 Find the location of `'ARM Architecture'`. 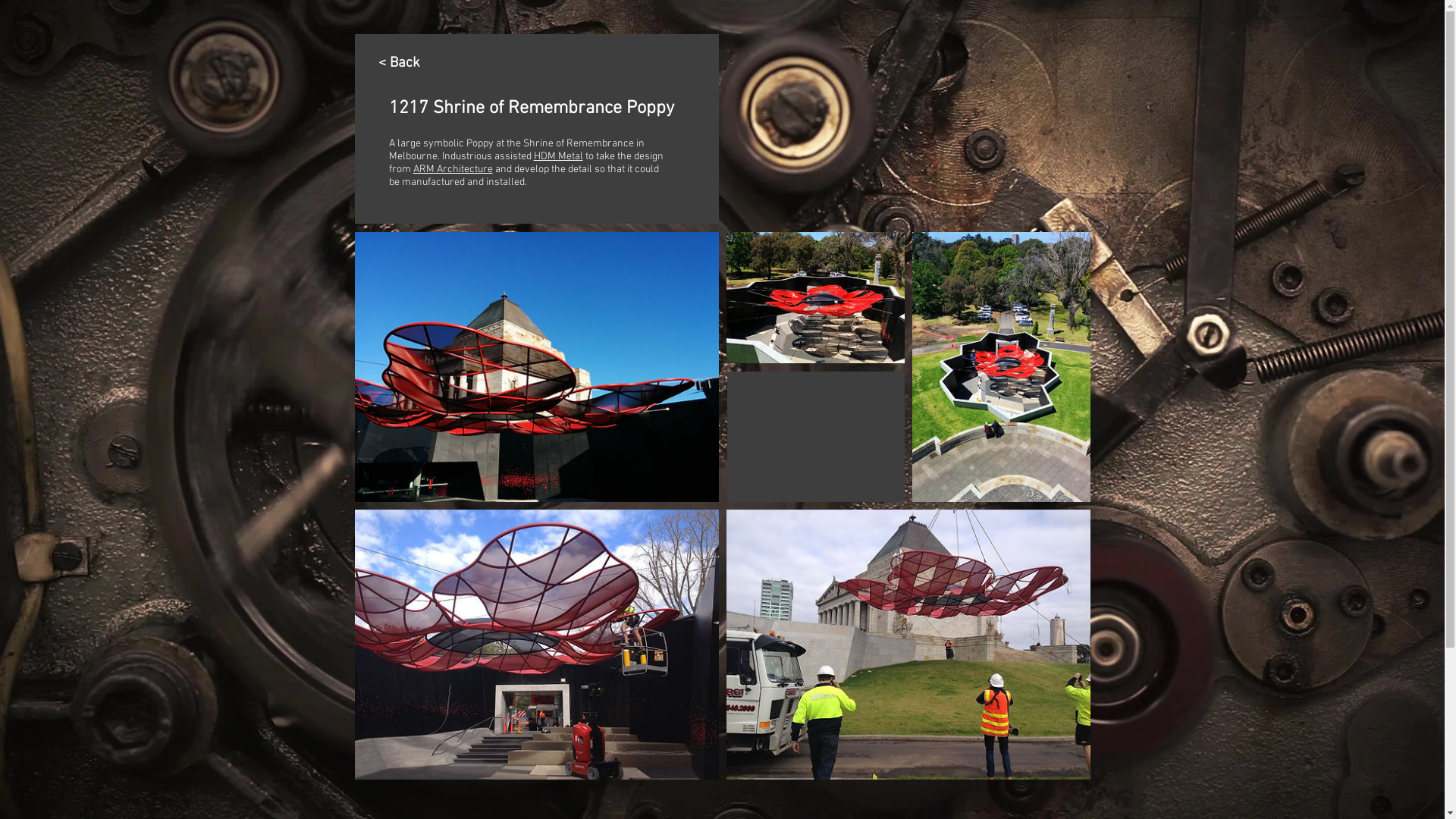

'ARM Architecture' is located at coordinates (451, 169).